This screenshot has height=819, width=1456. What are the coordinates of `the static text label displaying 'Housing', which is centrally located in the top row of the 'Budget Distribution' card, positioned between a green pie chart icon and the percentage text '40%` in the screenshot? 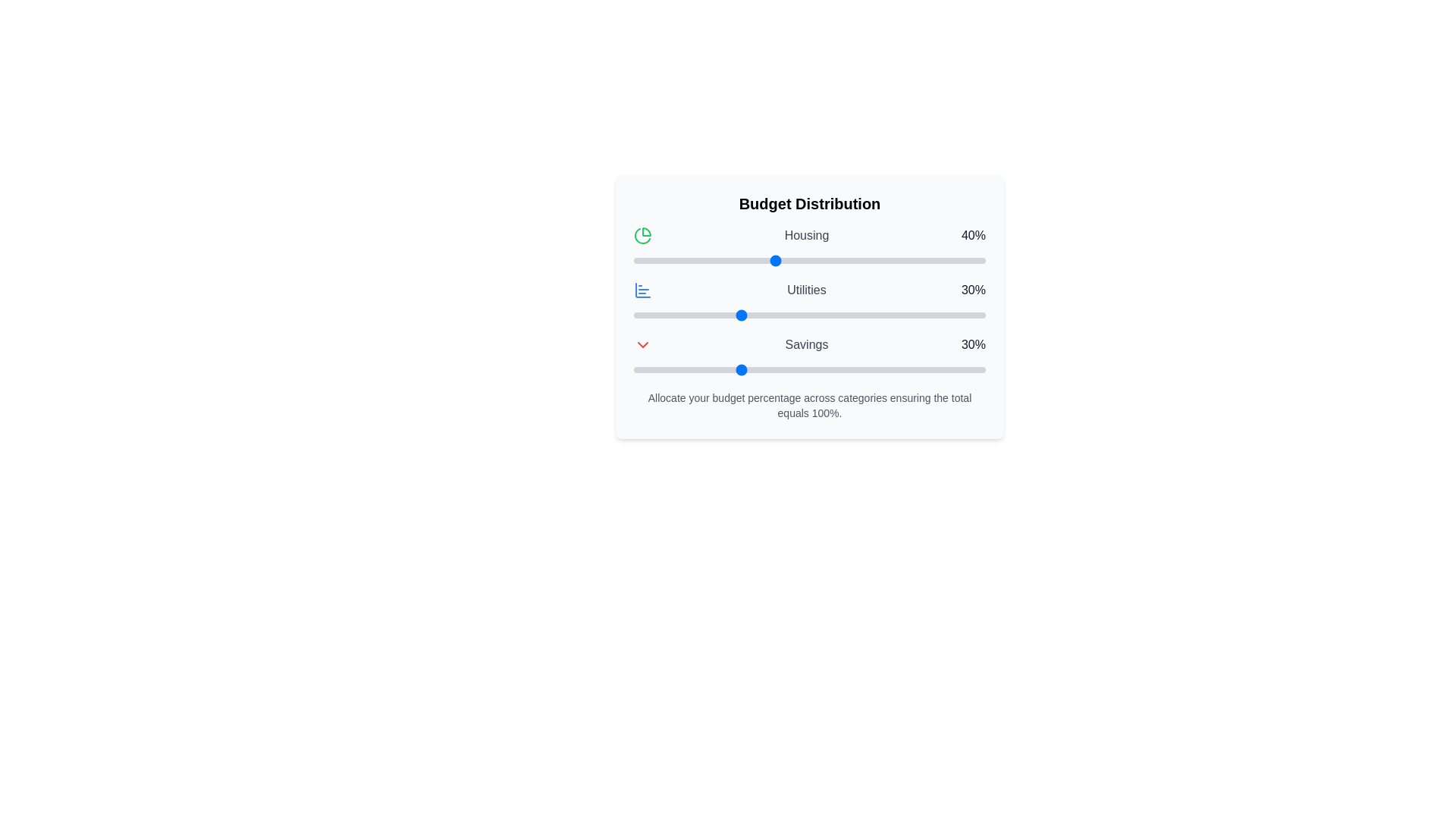 It's located at (806, 236).